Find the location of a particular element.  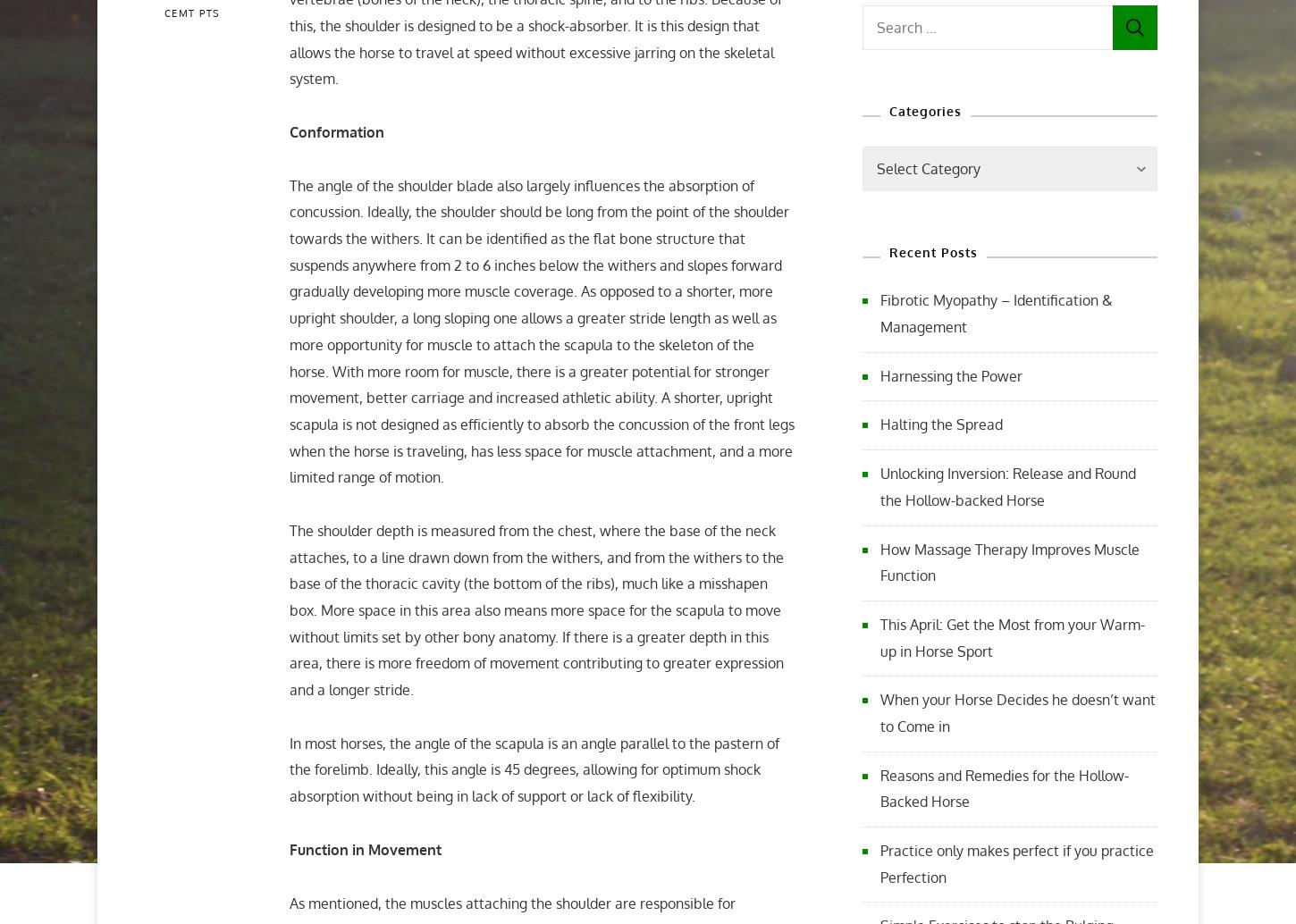

'In most horses, the angle of the scapula is an angle parallel to the pastern of the forelimb. Ideally, this angle is 45 degrees, allowing for optimum shock absorption without being in lack of support or lack of flexibility.' is located at coordinates (534, 769).